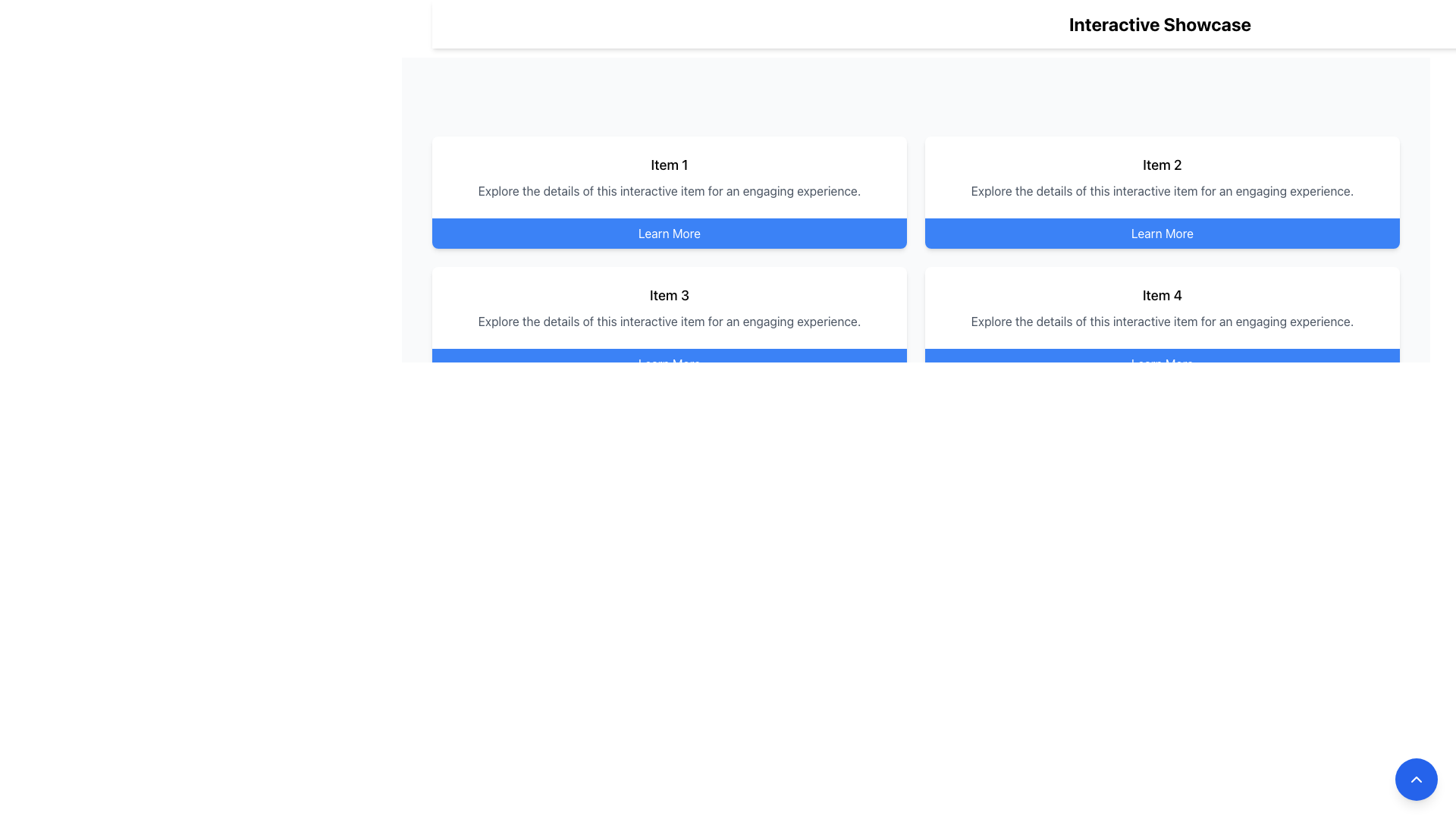 The image size is (1456, 819). Describe the element at coordinates (669, 177) in the screenshot. I see `the Informational Text Block element labeled 'Item 1', which contains a description stating 'Explore the details of this interactive item for an engaging experience.'` at that location.